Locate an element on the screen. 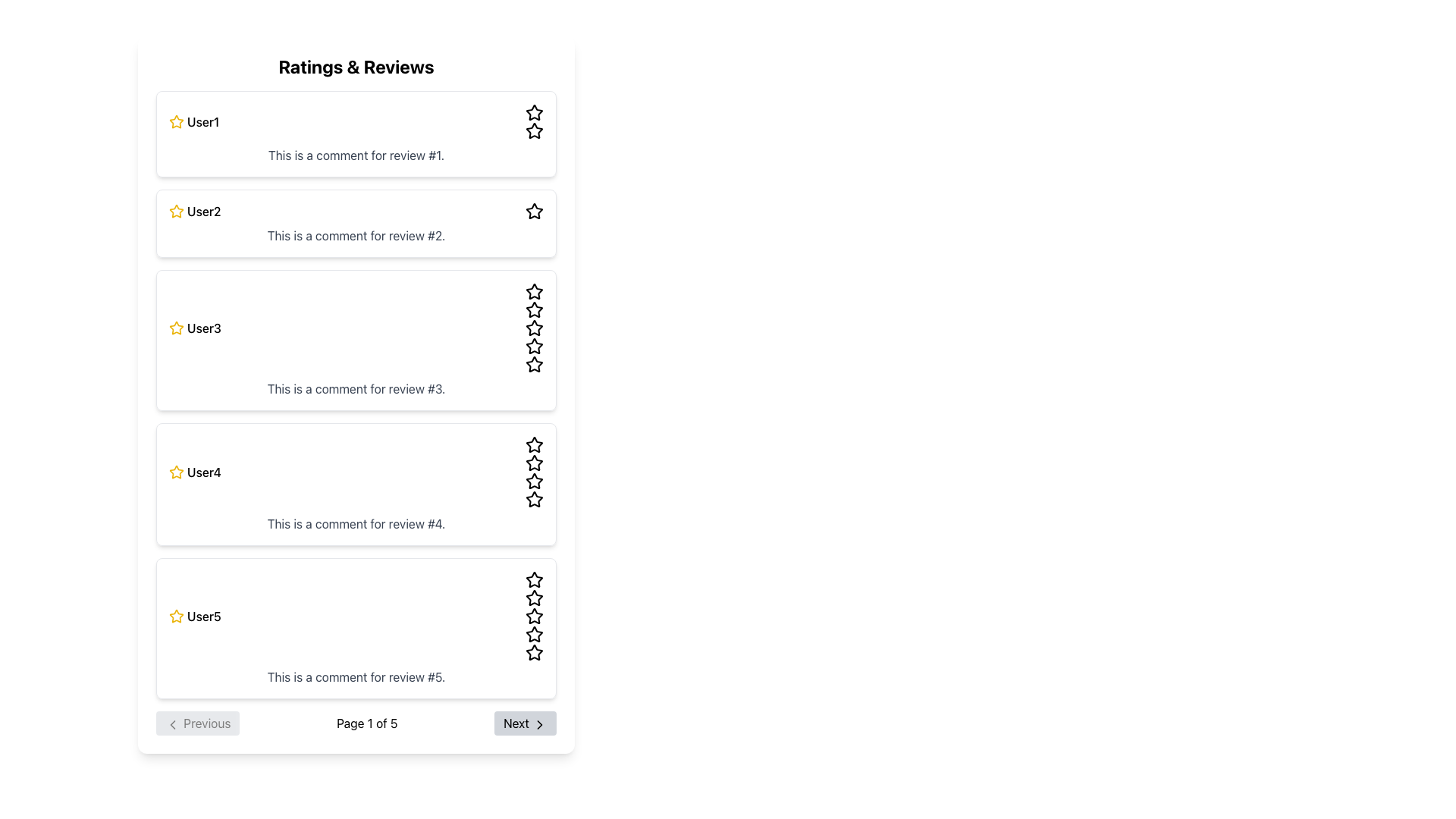 This screenshot has height=819, width=1456. the first star in the rating widget next to 'User1' to assign a rating is located at coordinates (177, 121).